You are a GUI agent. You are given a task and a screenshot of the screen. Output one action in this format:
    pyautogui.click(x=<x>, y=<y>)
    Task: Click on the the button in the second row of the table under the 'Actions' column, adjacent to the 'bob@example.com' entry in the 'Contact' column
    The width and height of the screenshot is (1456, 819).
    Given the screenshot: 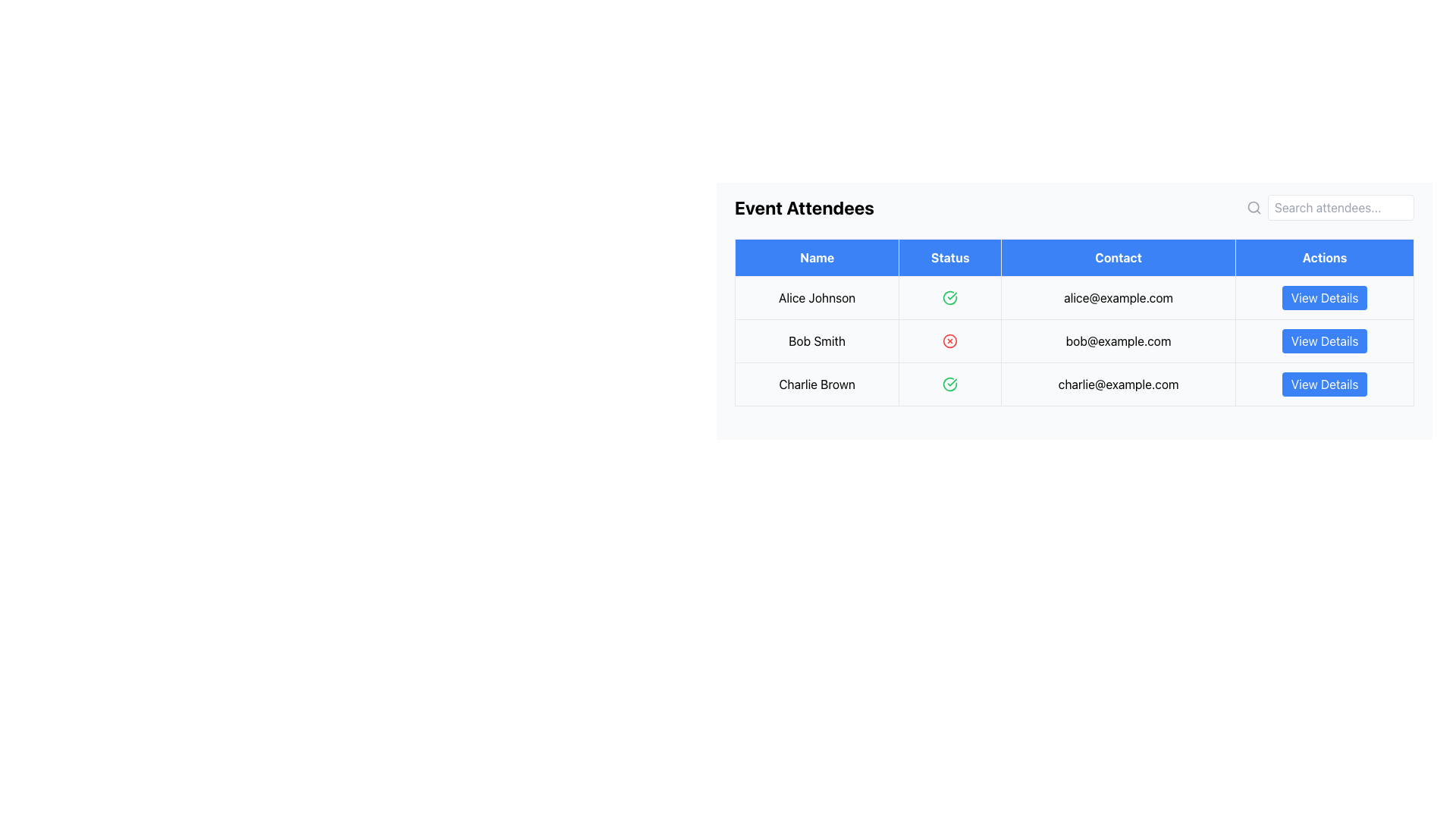 What is the action you would take?
    pyautogui.click(x=1324, y=341)
    